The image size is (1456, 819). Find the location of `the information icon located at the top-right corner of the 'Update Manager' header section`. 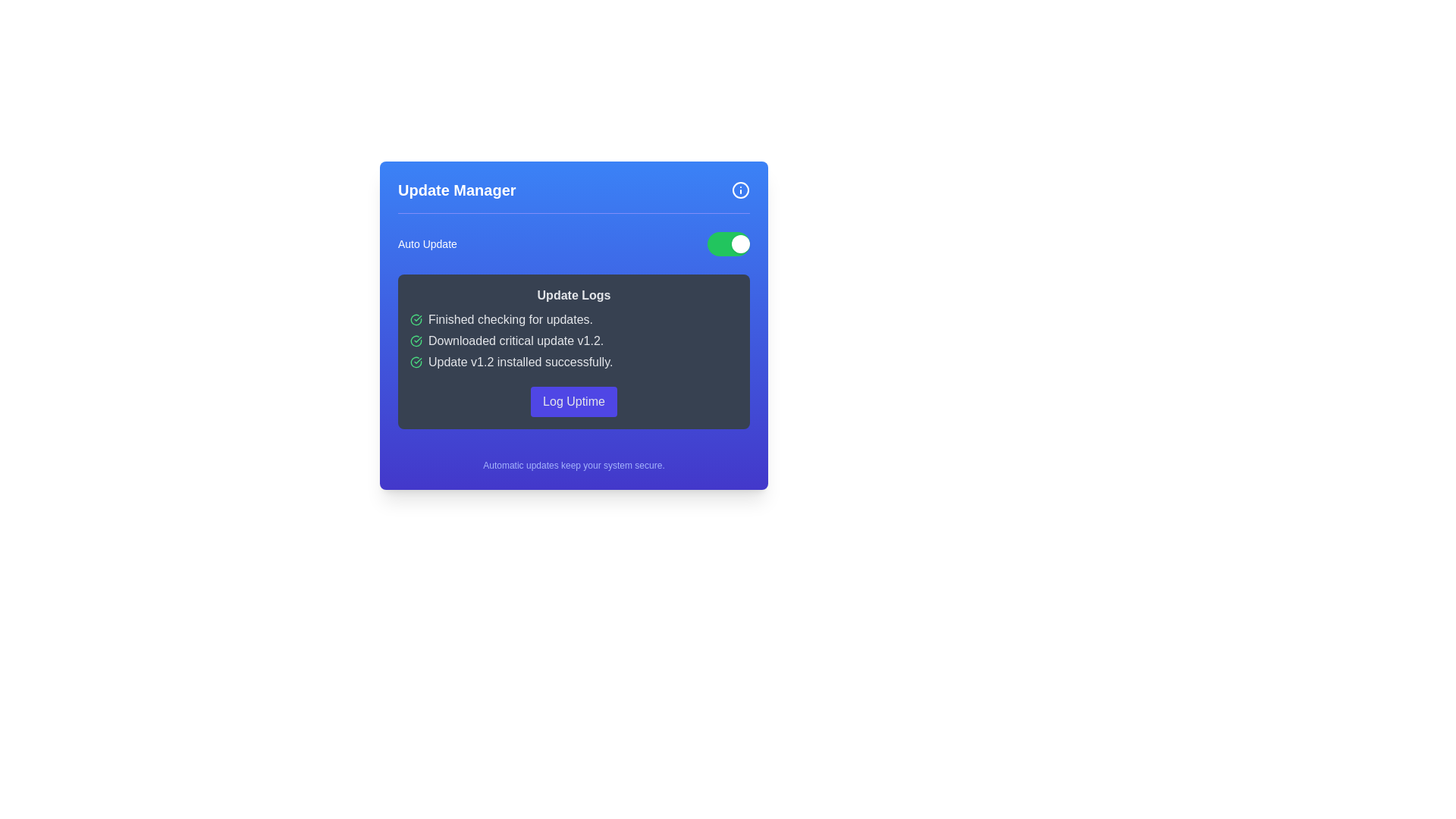

the information icon located at the top-right corner of the 'Update Manager' header section is located at coordinates (741, 189).